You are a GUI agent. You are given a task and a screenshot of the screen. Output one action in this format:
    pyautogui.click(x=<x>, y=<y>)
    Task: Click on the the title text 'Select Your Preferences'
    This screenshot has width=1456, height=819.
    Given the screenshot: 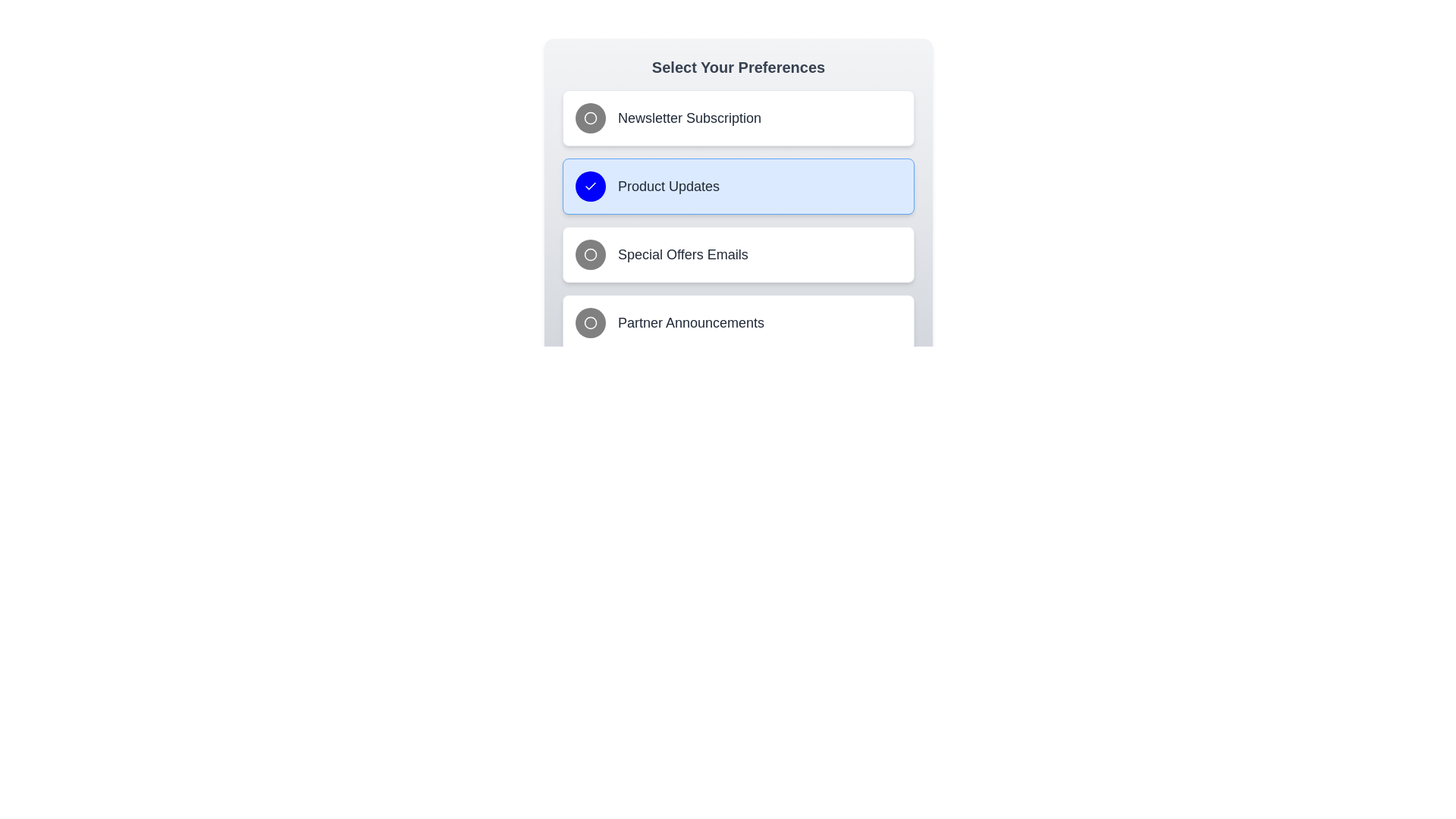 What is the action you would take?
    pyautogui.click(x=739, y=66)
    